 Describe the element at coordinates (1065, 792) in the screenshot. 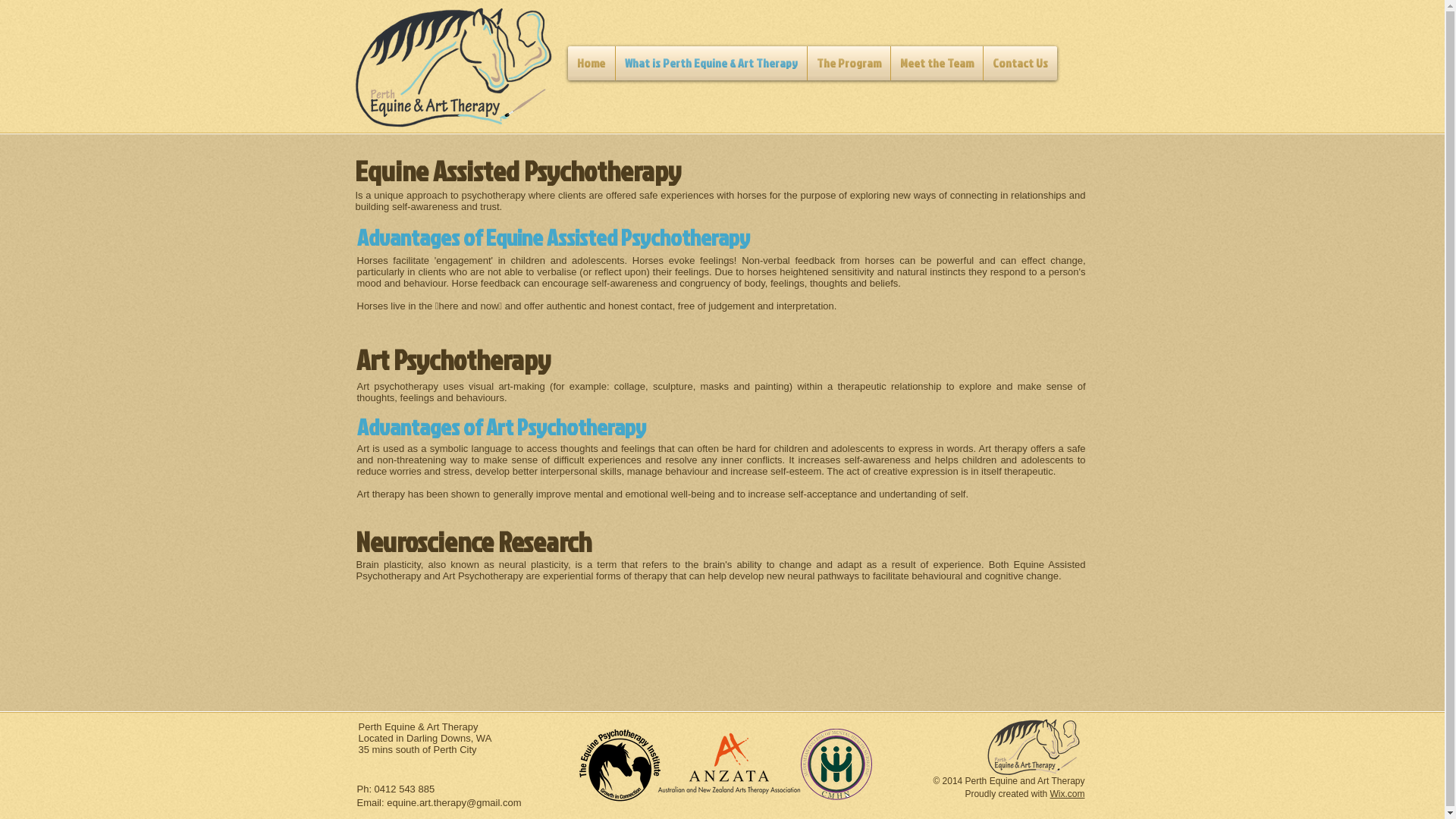

I see `'Wix.com'` at that location.